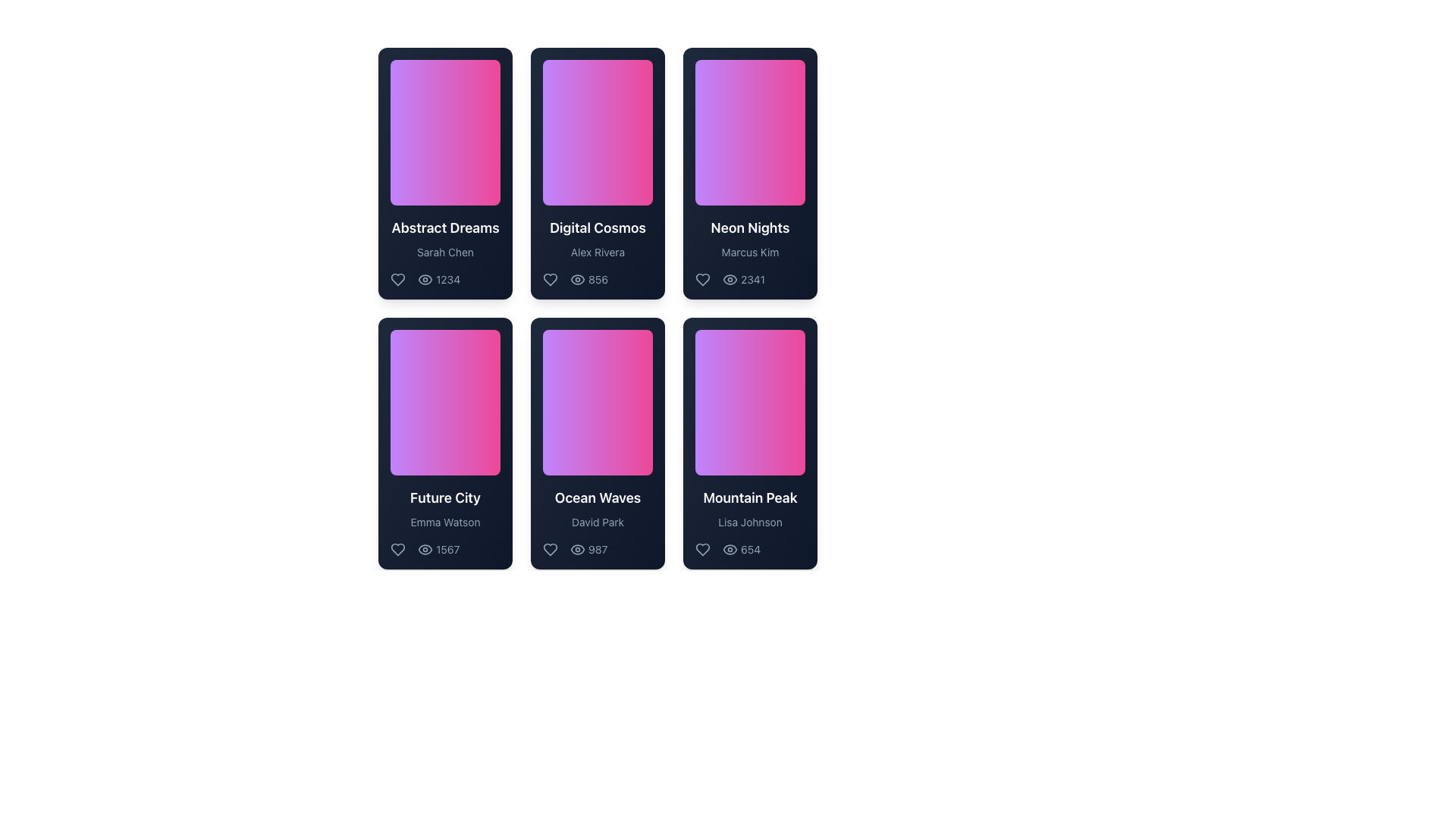  What do you see at coordinates (753, 280) in the screenshot?
I see `numeric text label indicating the view count, which is positioned to the right of the eye icon in the third column under the 'Neon Nights' card` at bounding box center [753, 280].